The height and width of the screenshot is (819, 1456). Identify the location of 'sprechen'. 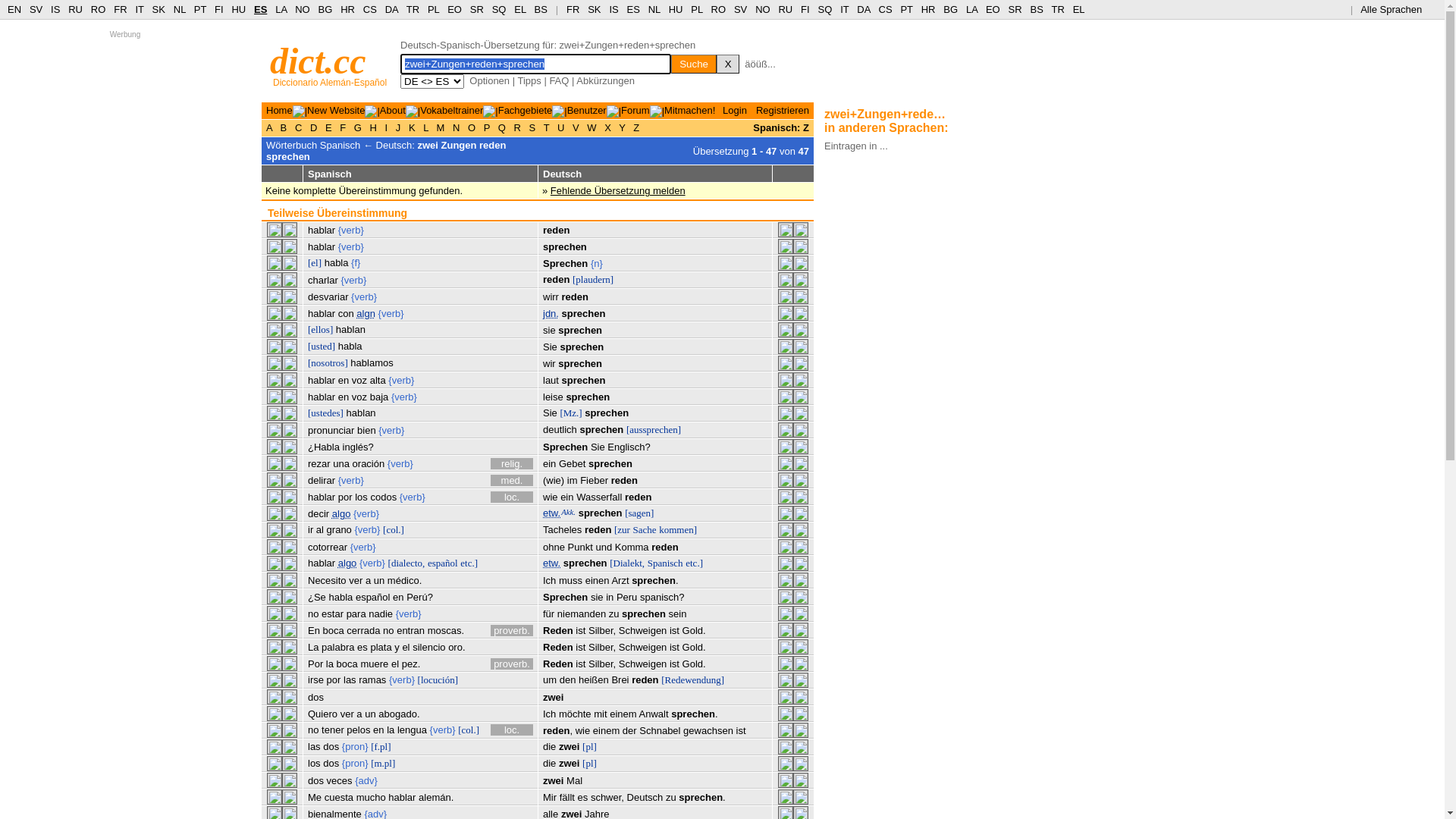
(579, 363).